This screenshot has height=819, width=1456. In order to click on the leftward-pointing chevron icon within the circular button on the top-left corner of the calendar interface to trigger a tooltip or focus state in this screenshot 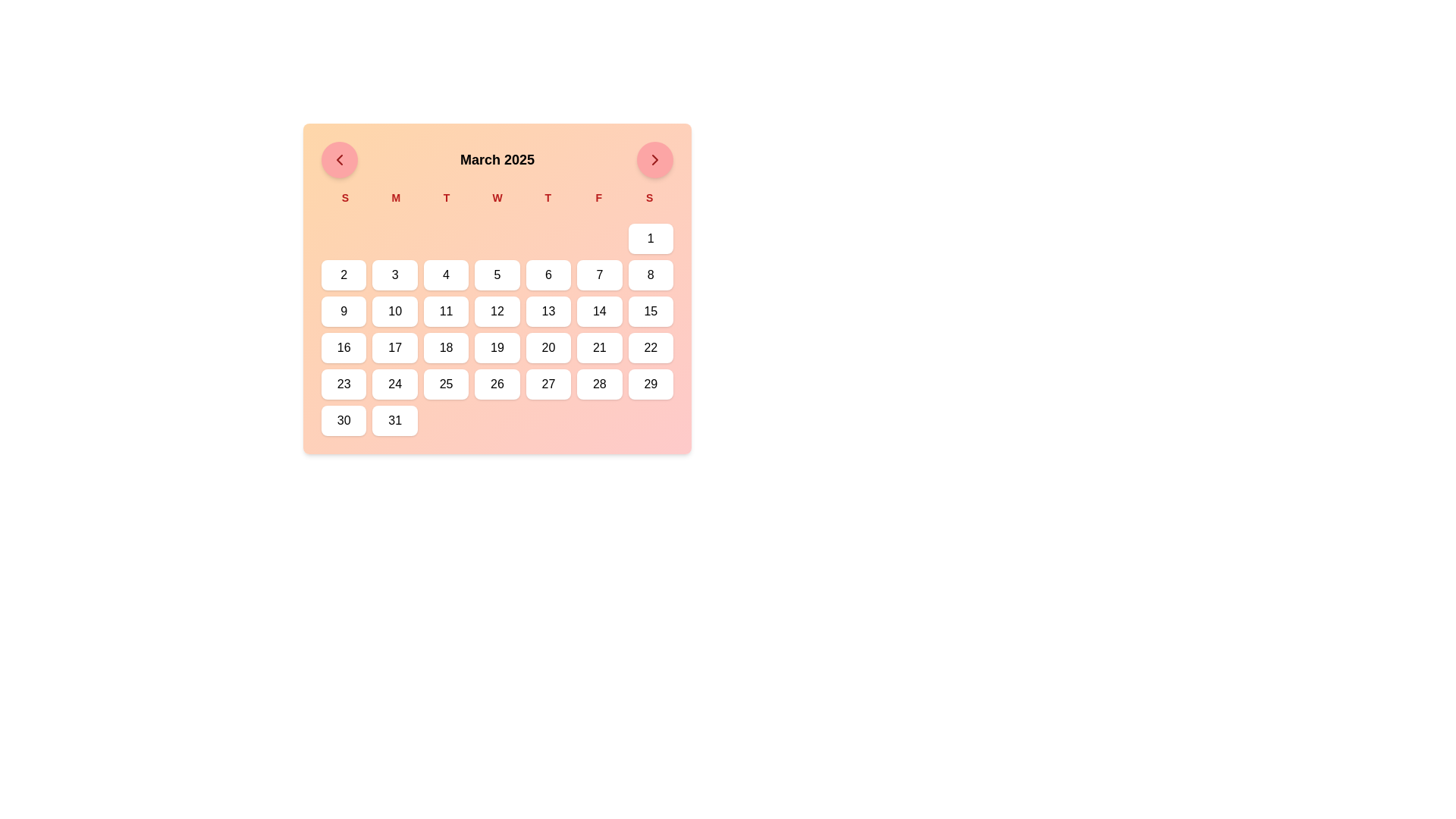, I will do `click(338, 160)`.